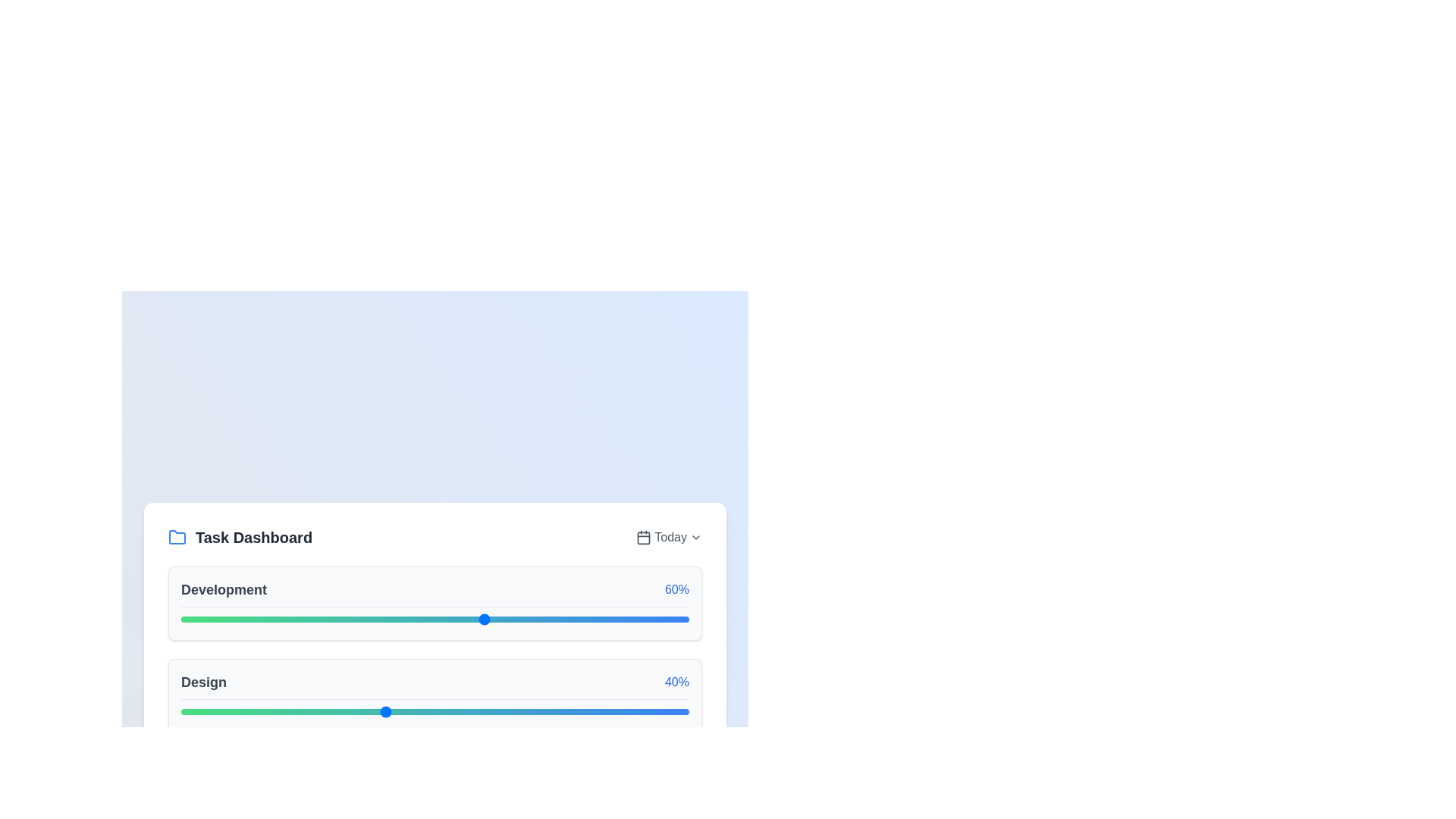 This screenshot has height=819, width=1456. Describe the element at coordinates (409, 711) in the screenshot. I see `the progress of the 'Design' slider` at that location.